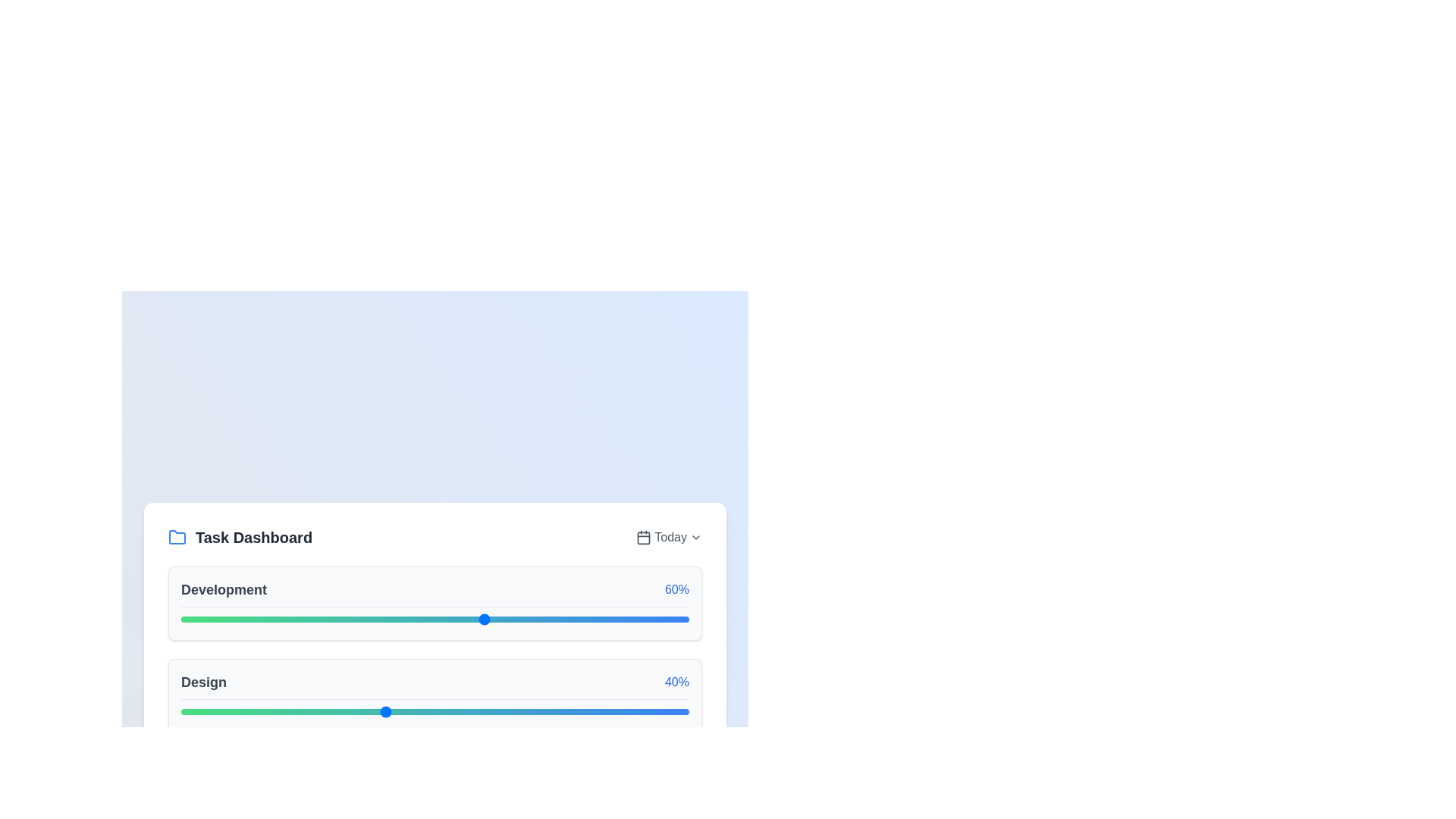 This screenshot has height=819, width=1456. Describe the element at coordinates (409, 711) in the screenshot. I see `the progress of the 'Design' slider` at that location.